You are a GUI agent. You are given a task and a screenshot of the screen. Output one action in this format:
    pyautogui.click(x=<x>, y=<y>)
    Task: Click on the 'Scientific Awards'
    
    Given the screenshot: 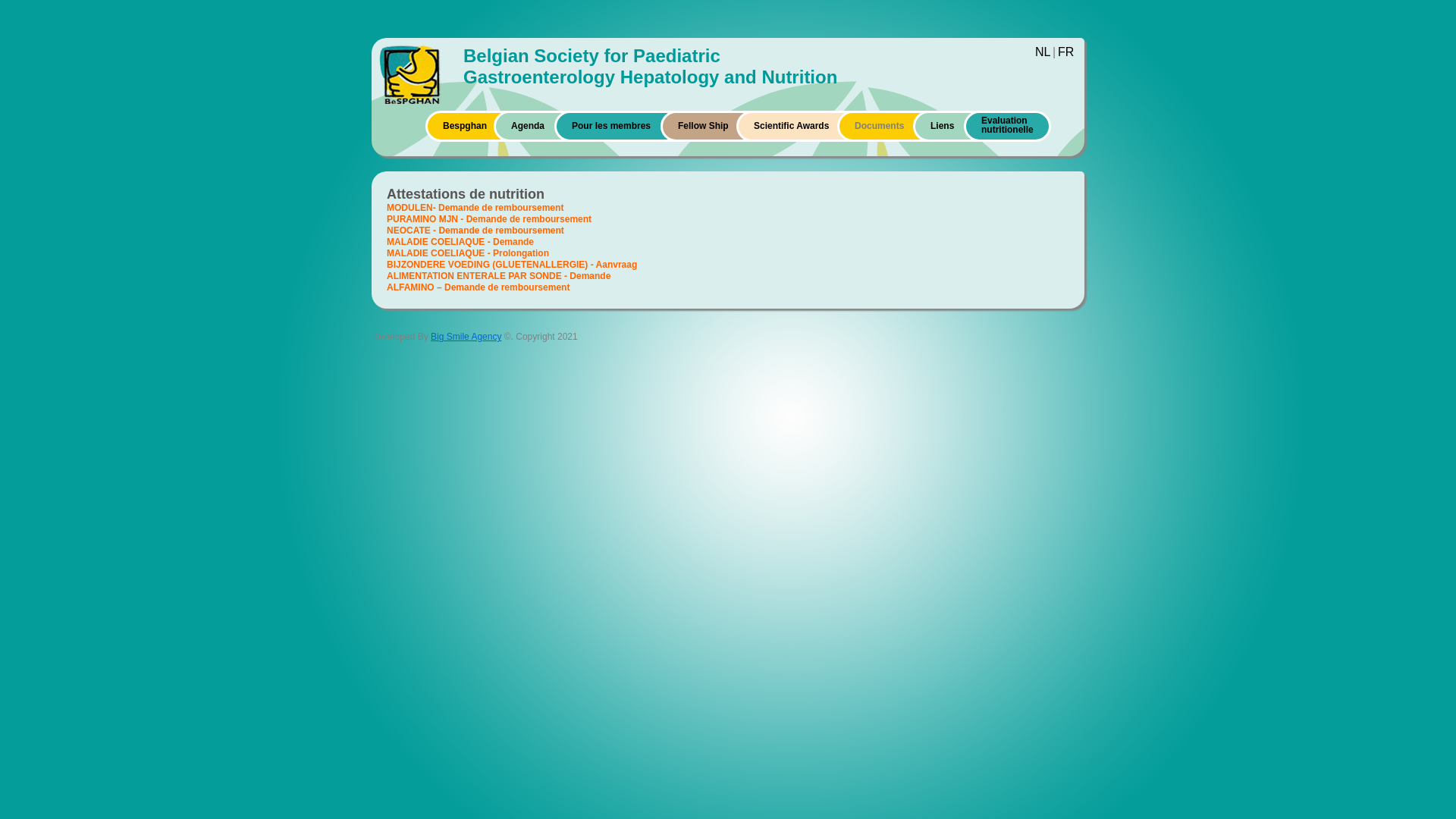 What is the action you would take?
    pyautogui.click(x=753, y=124)
    